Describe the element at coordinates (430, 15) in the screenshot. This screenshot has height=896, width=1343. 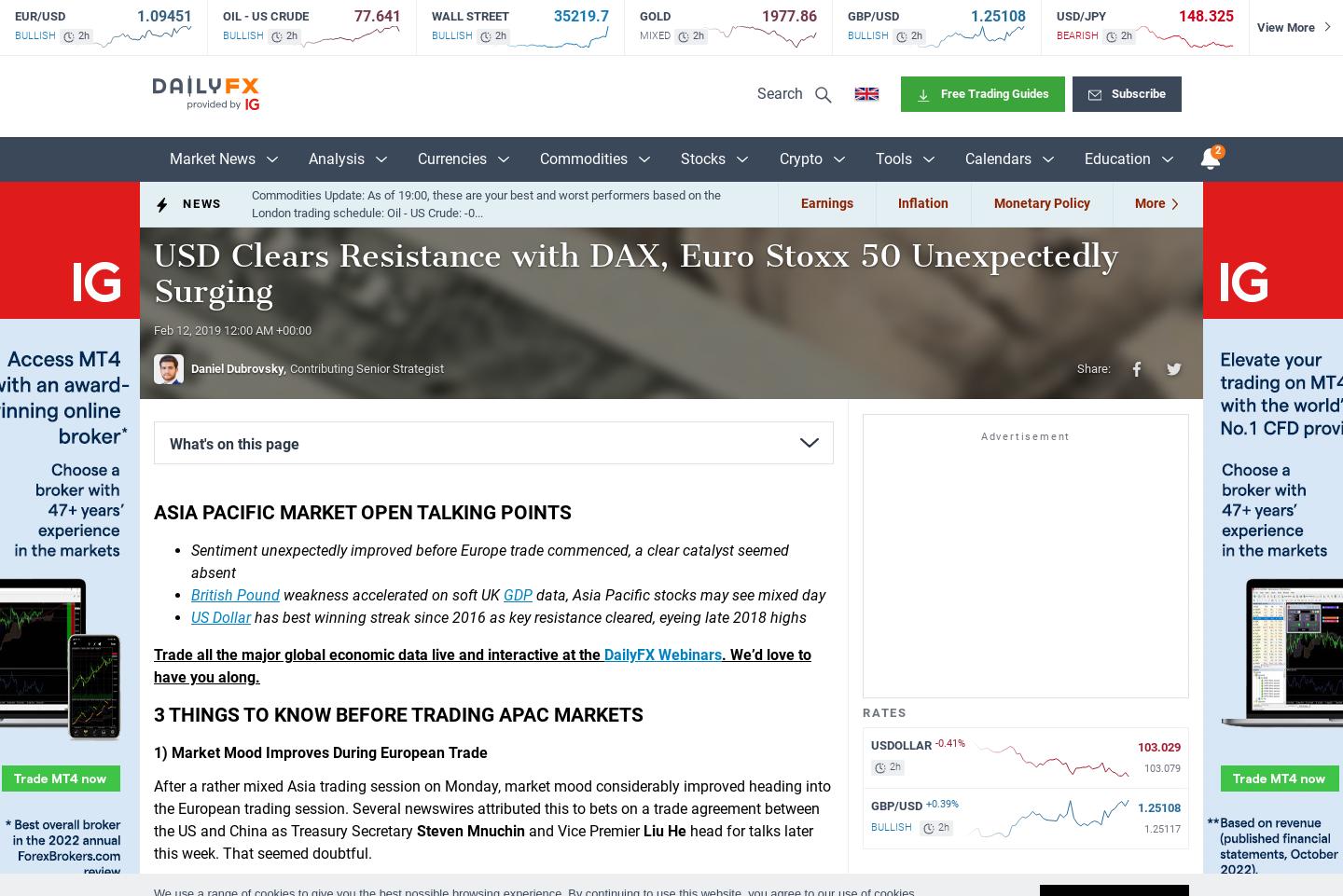
I see `'Wall Street'` at that location.